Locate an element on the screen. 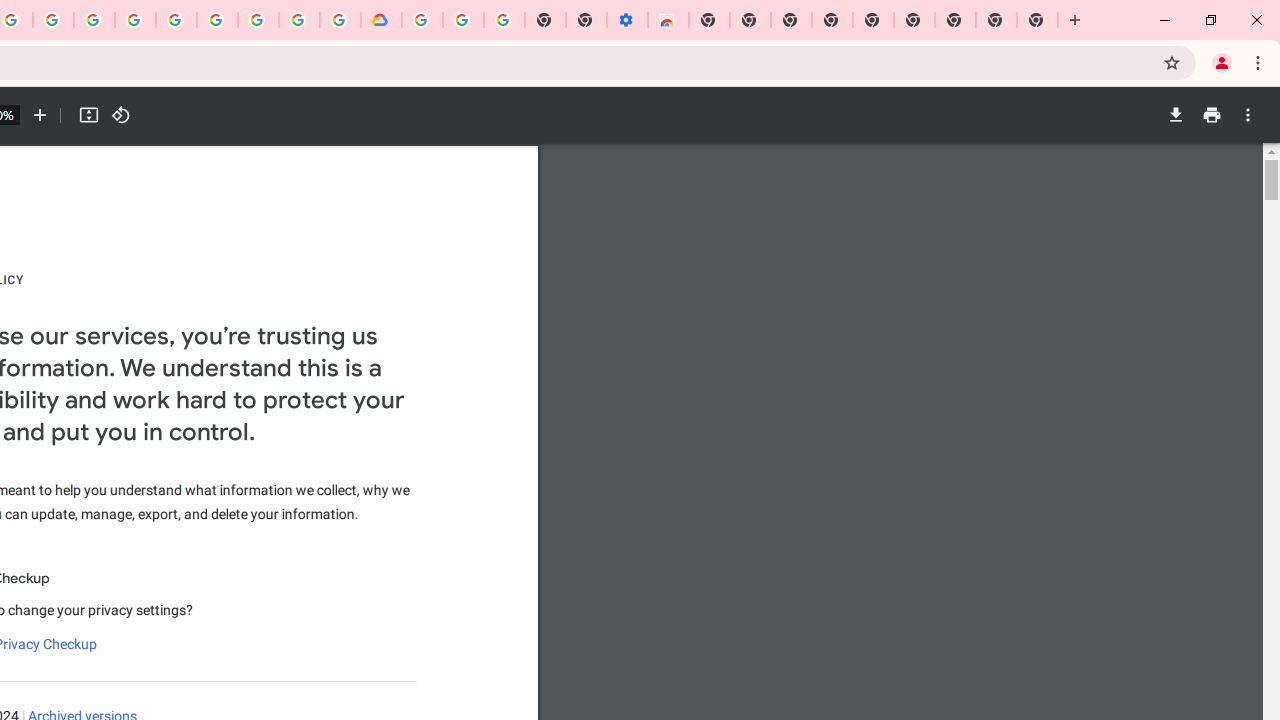 The height and width of the screenshot is (720, 1280). 'Rotate counterclockwise' is located at coordinates (119, 115).